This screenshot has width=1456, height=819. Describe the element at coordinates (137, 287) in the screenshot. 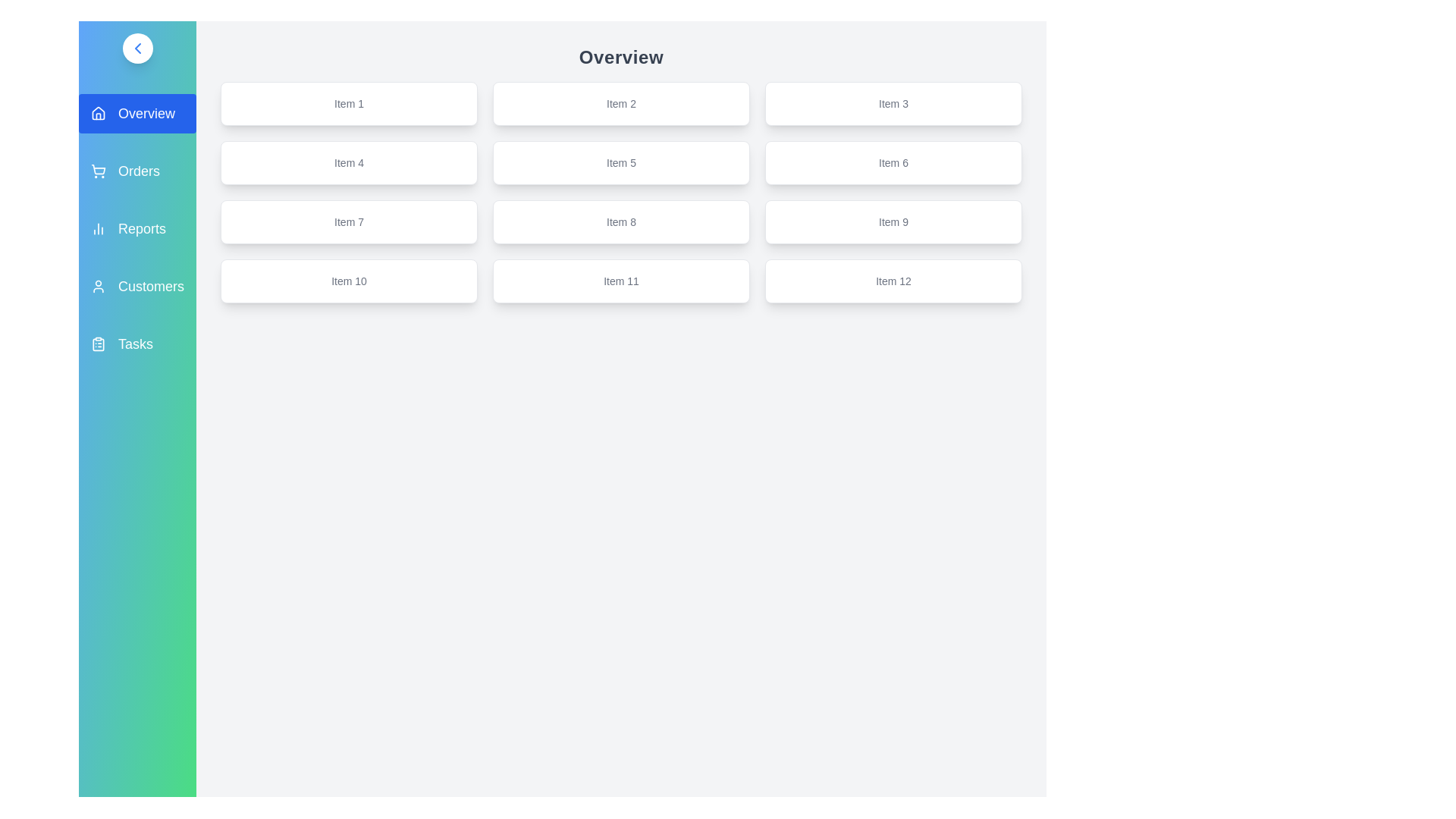

I see `the sidebar menu item labeled Customers` at that location.